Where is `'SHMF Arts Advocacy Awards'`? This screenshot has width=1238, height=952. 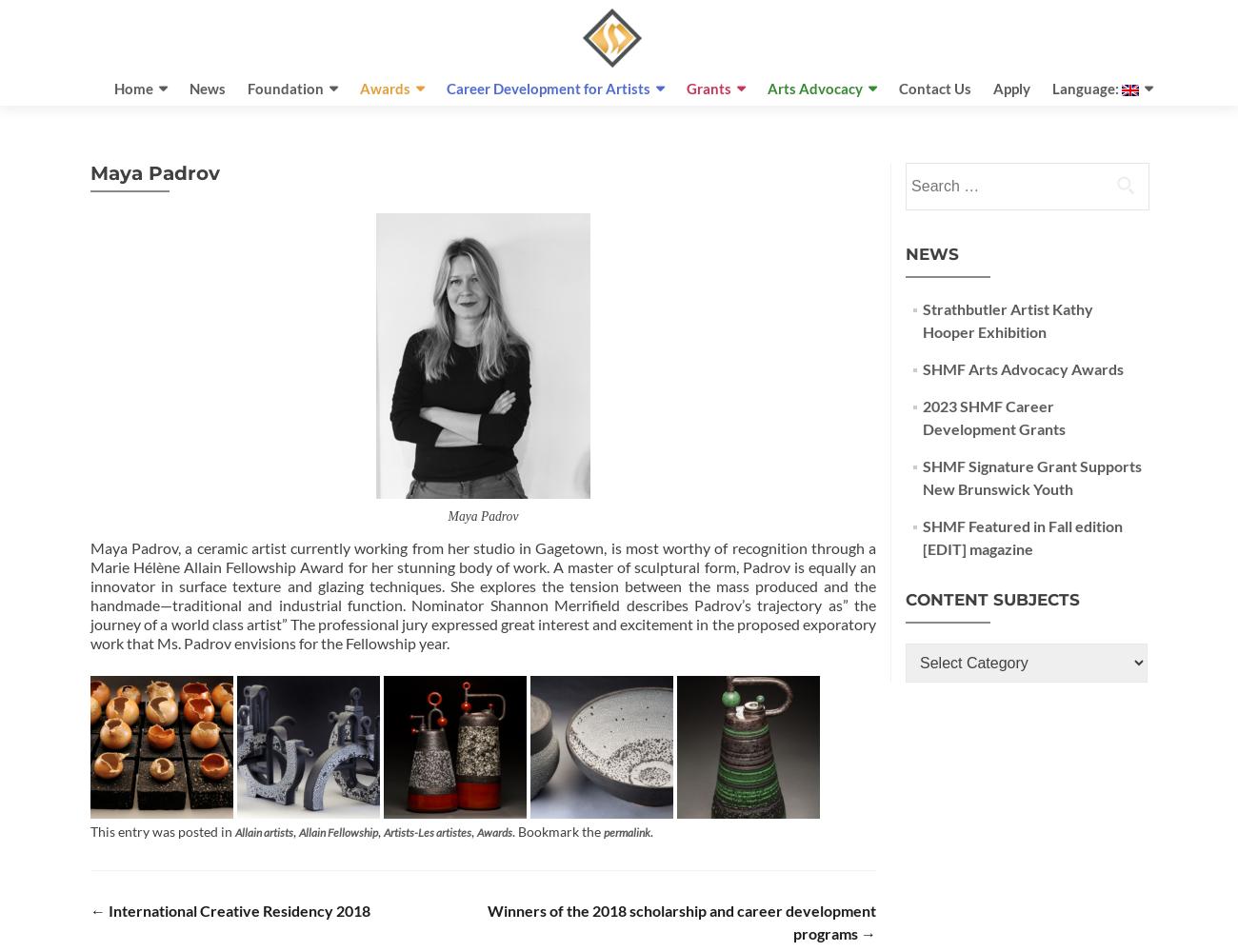 'SHMF Arts Advocacy Awards' is located at coordinates (921, 368).